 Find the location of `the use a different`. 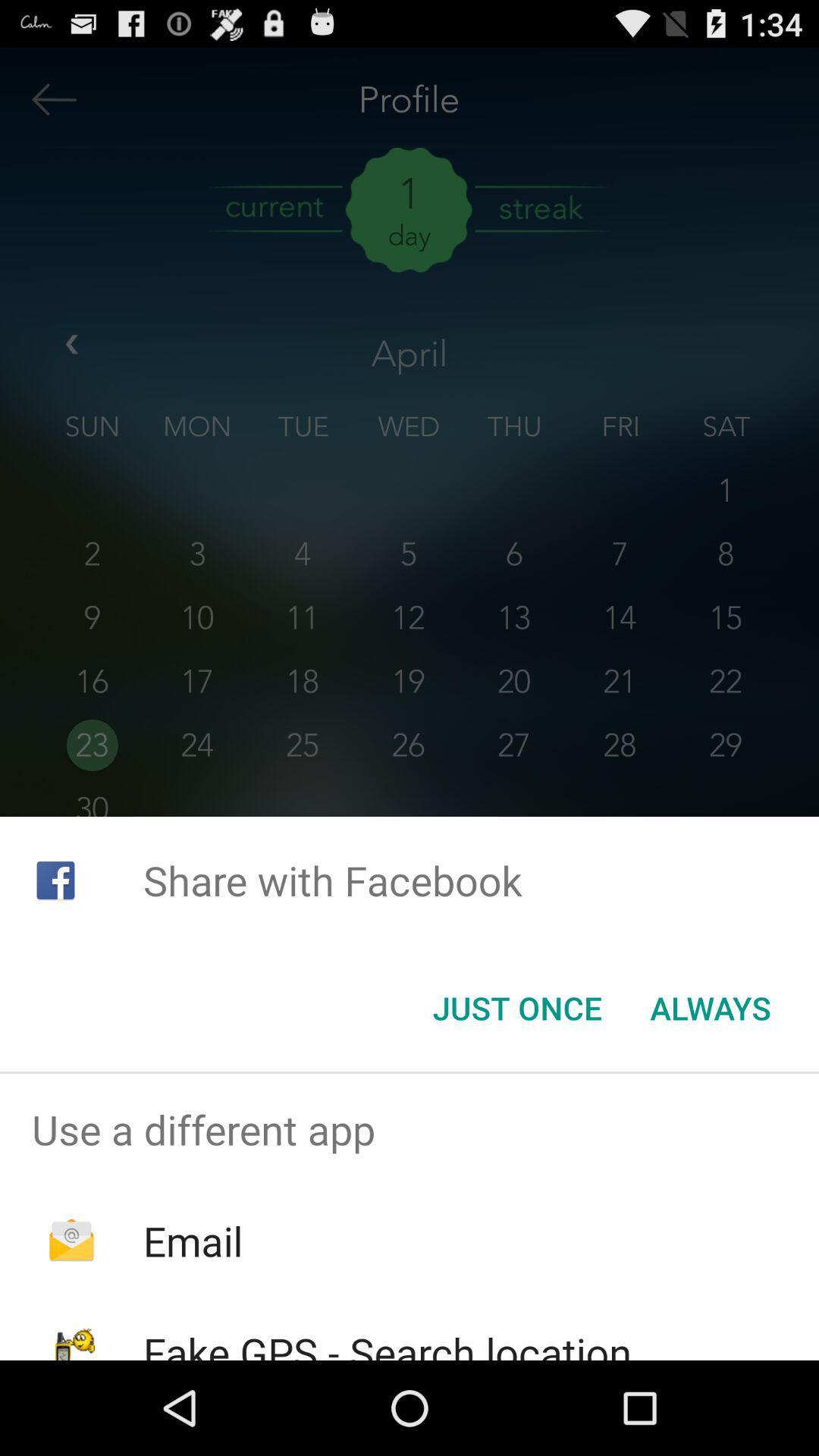

the use a different is located at coordinates (409, 1129).